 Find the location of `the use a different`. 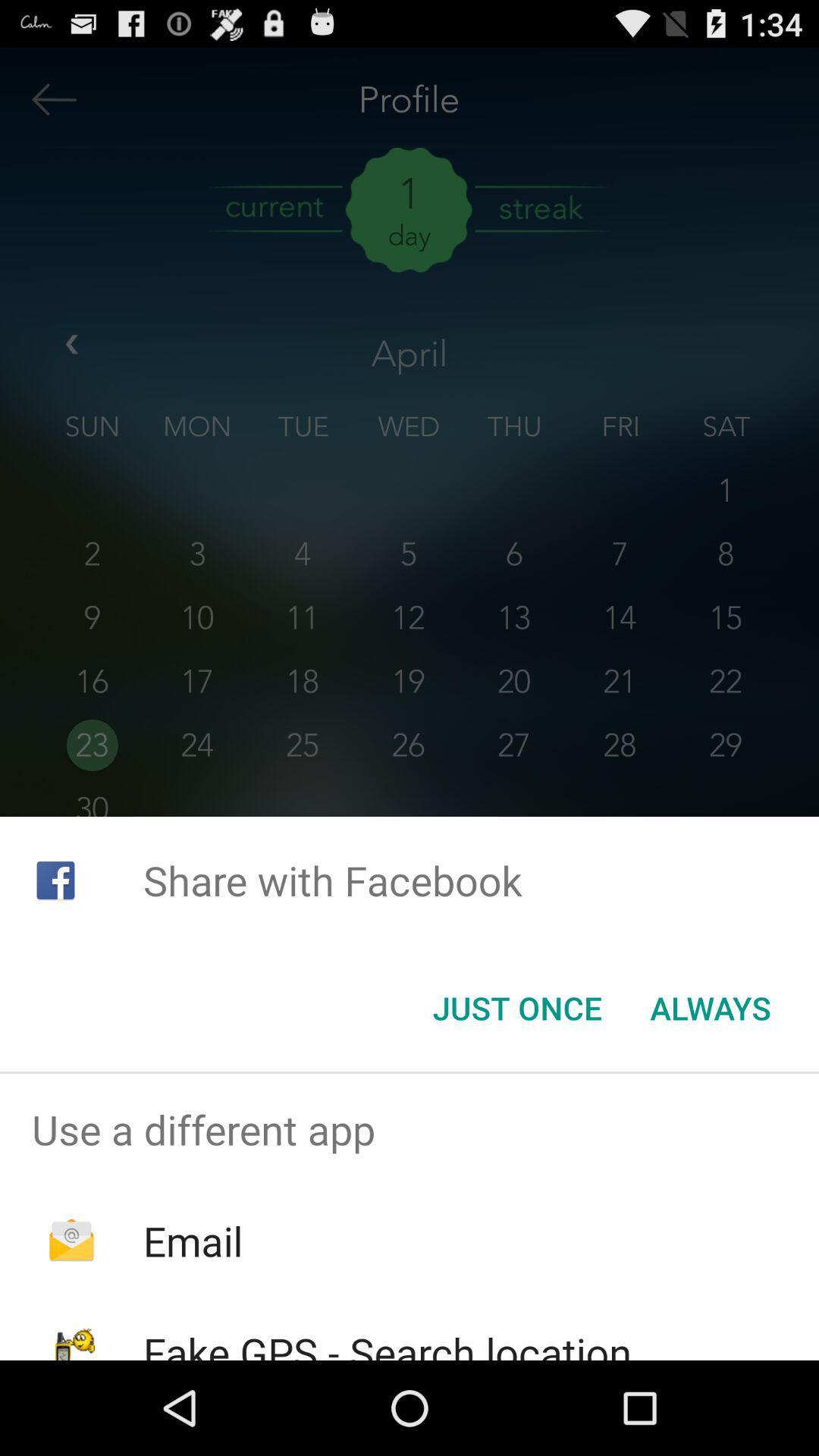

the use a different is located at coordinates (409, 1129).